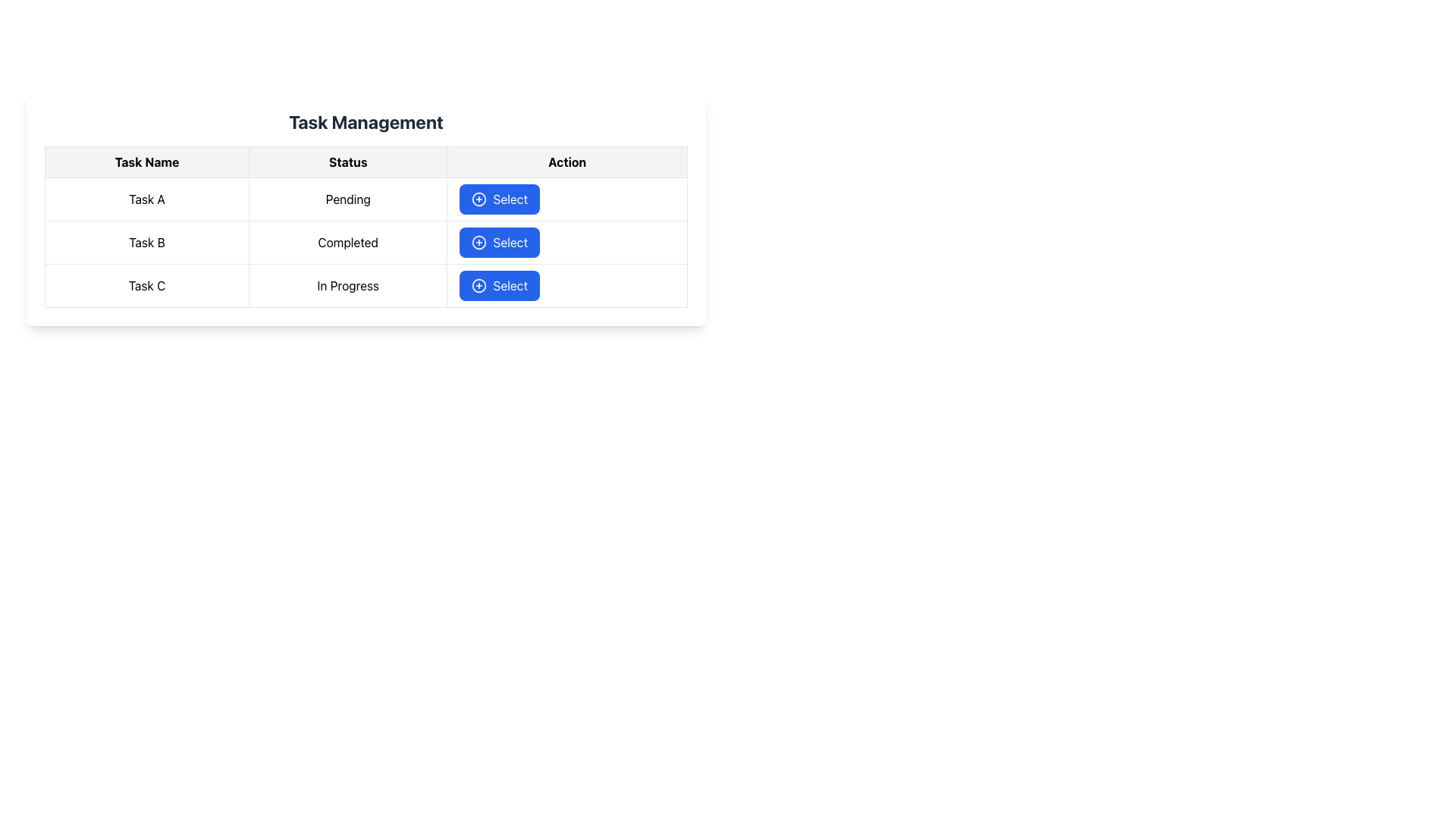 The height and width of the screenshot is (819, 1456). I want to click on the 'Select' button with a blue background and white text, located in the 'Action' column of the 'Task Management' table, so click(500, 286).